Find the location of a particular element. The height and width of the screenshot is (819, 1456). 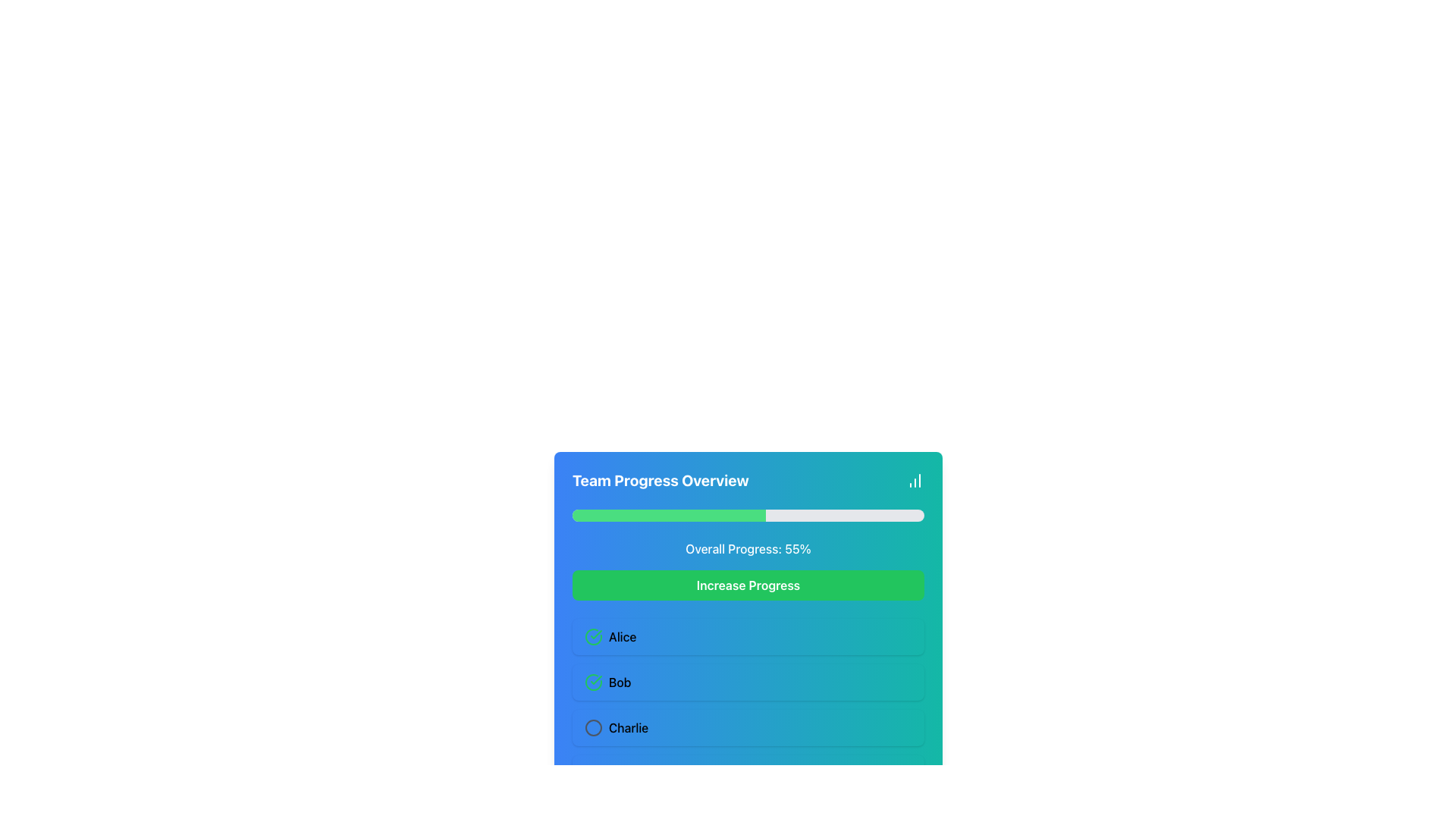

the list item block representing an individual's contribution status located below the green progress bar and above the items labeled 'Bob' and 'Charlie' is located at coordinates (748, 637).